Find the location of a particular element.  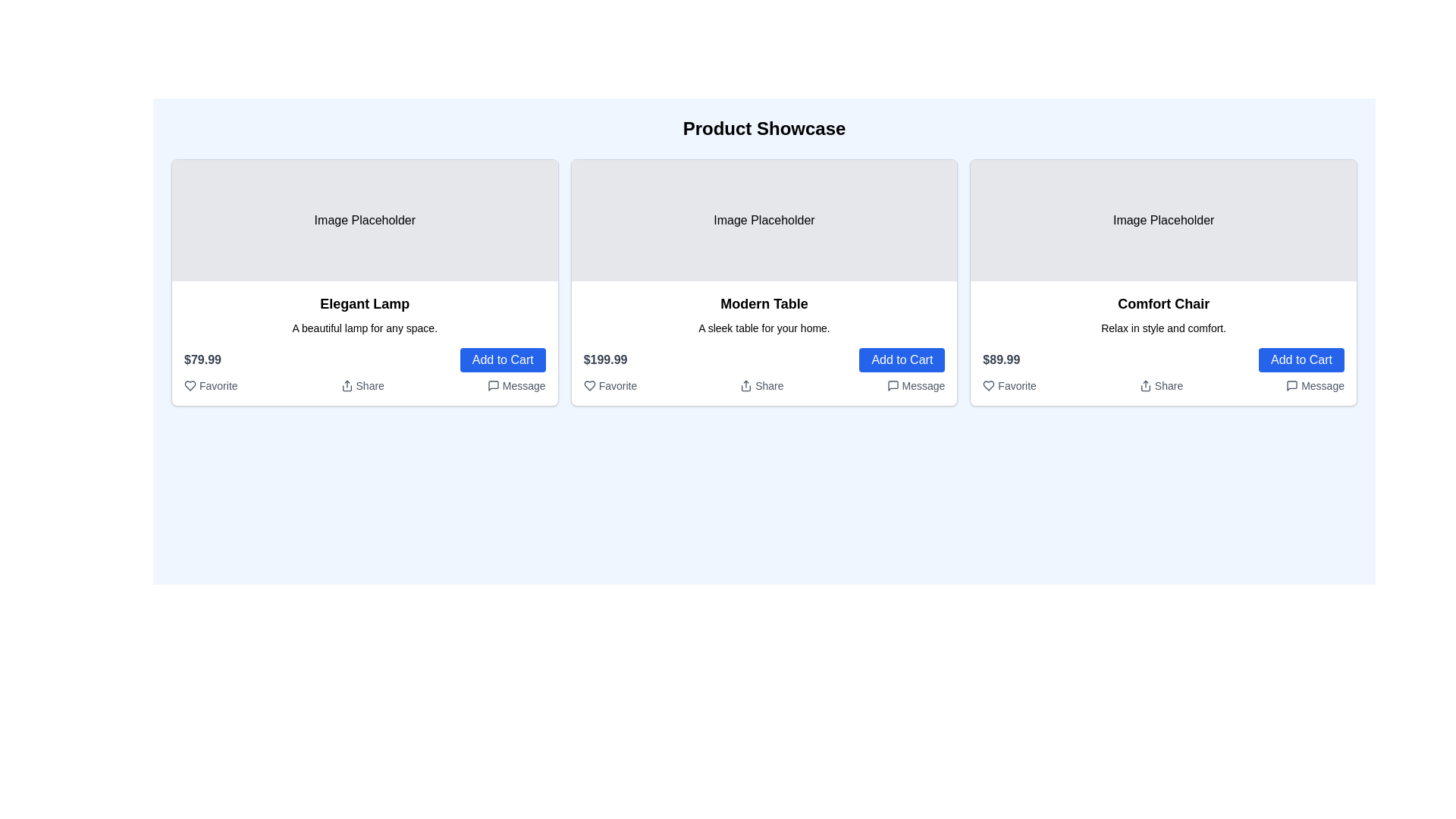

the chat bubble icon button located in the lower section of the 'Modern Table' product card to send a message is located at coordinates (893, 385).